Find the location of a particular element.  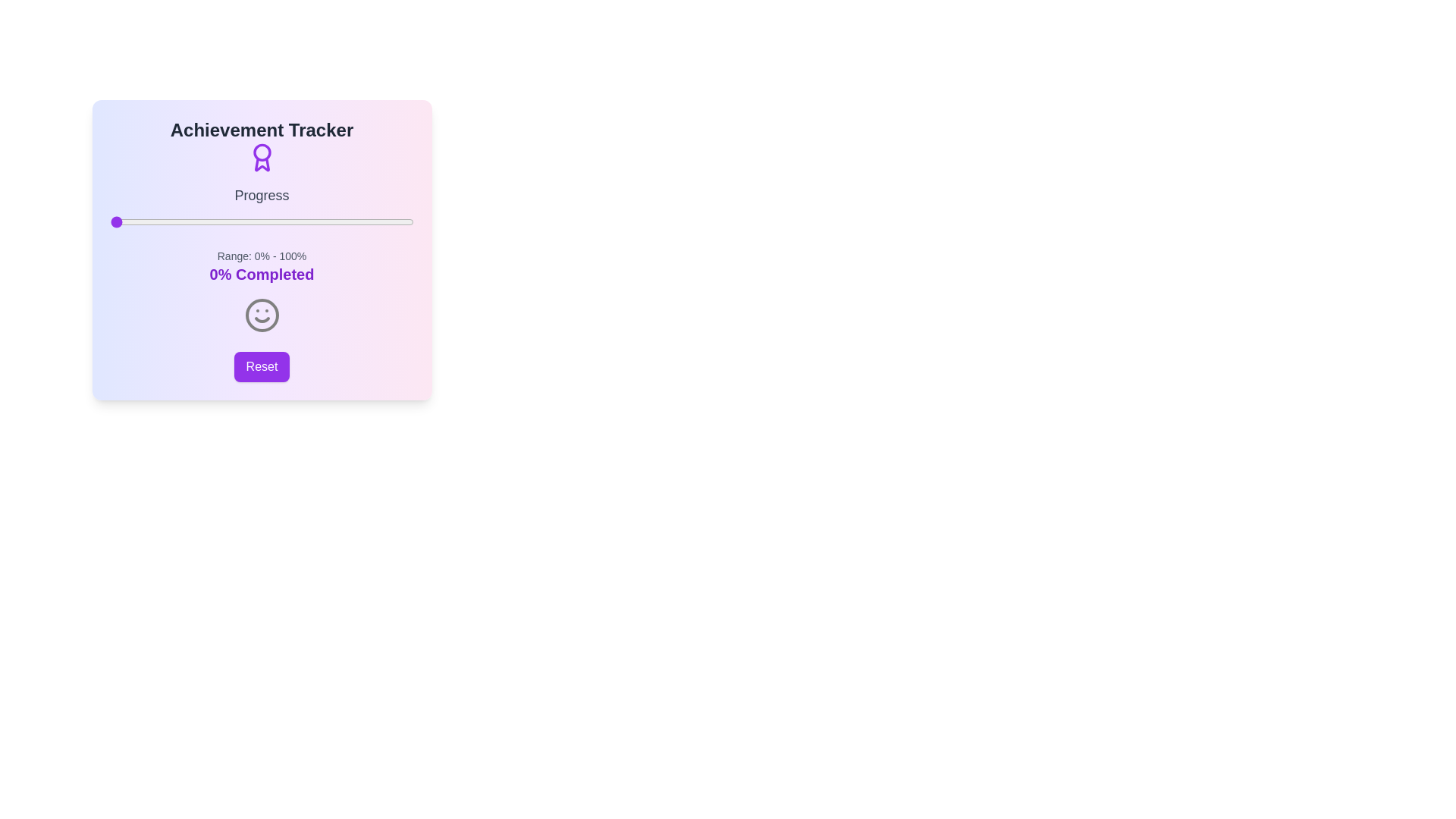

the progress slider to 14% is located at coordinates (152, 222).